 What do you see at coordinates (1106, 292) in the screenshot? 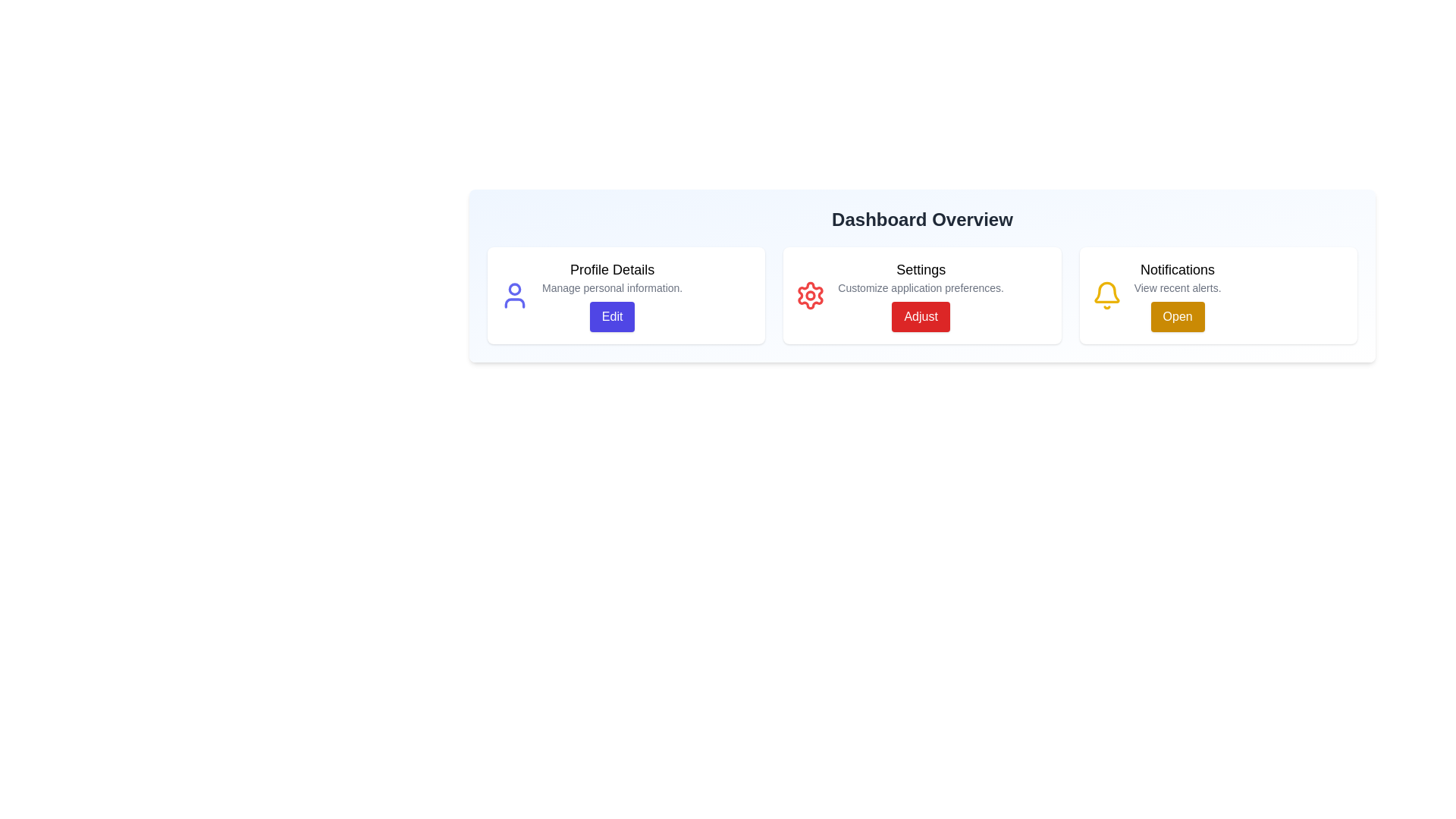
I see `the gold bell icon located in the 'Notifications' section of the dashboard, positioned centrally above the 'Notifications' text label` at bounding box center [1106, 292].